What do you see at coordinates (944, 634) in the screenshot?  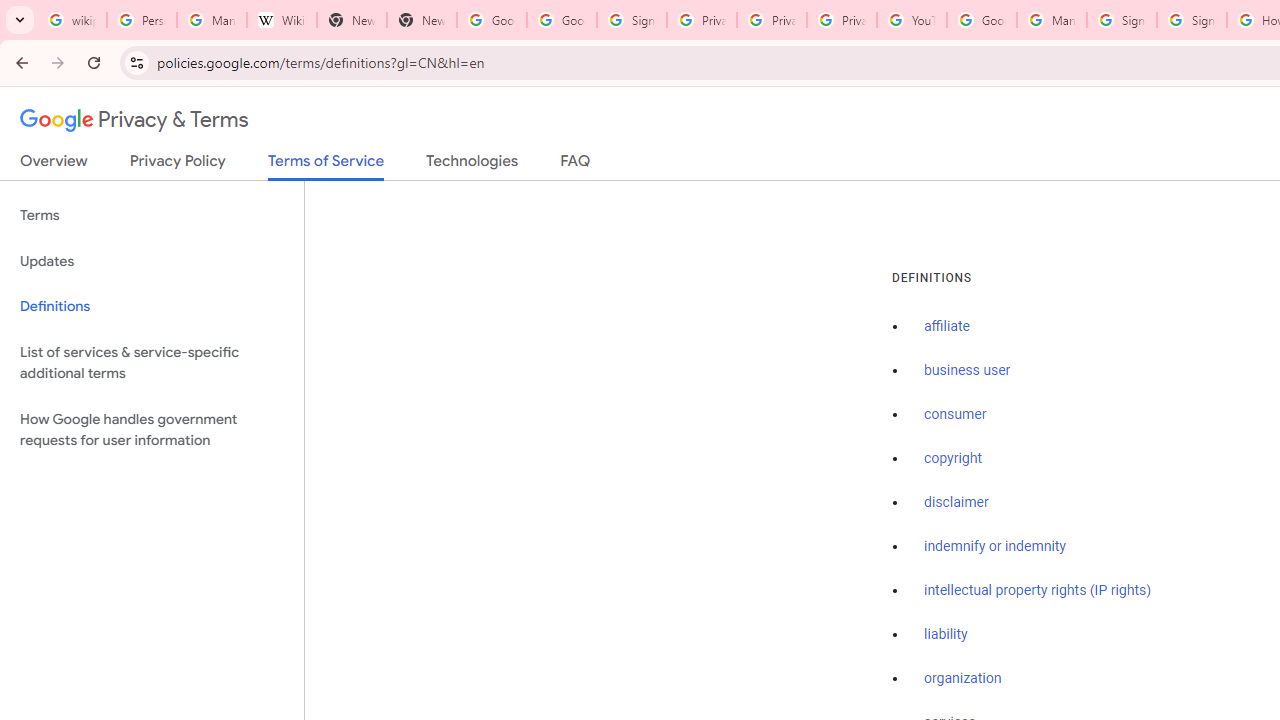 I see `'liability'` at bounding box center [944, 634].